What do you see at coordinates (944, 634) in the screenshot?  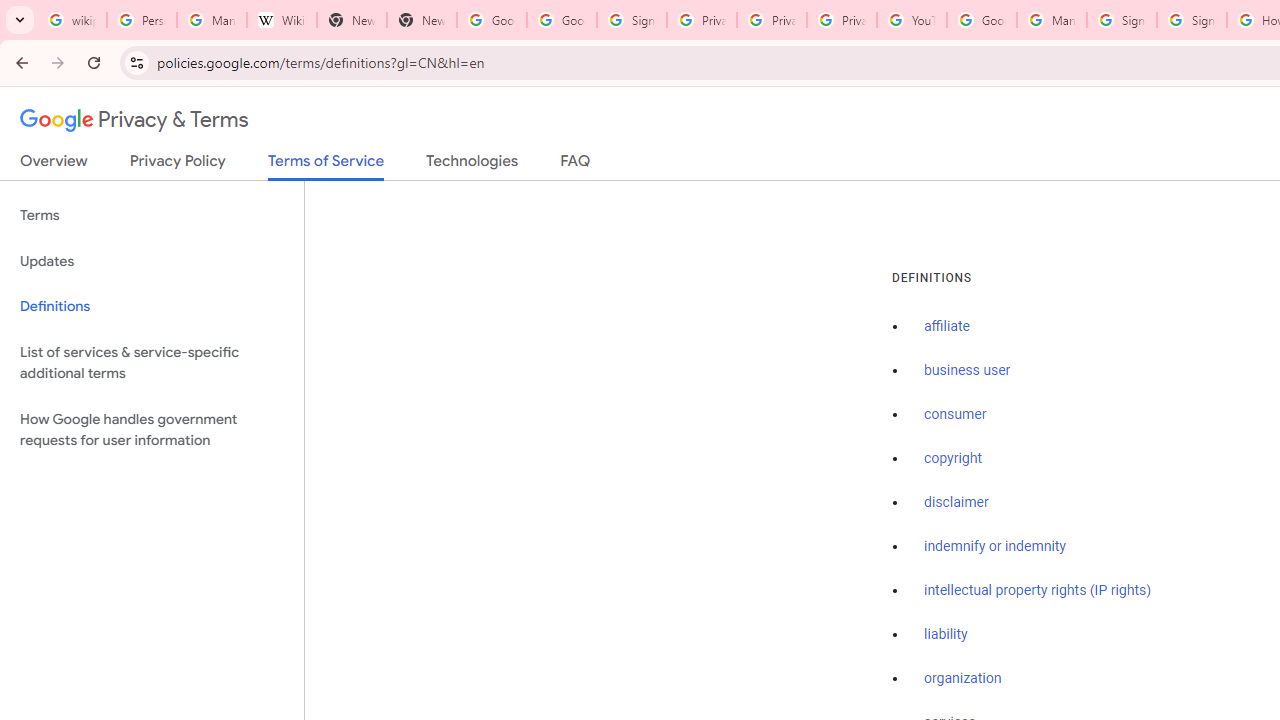 I see `'liability'` at bounding box center [944, 634].